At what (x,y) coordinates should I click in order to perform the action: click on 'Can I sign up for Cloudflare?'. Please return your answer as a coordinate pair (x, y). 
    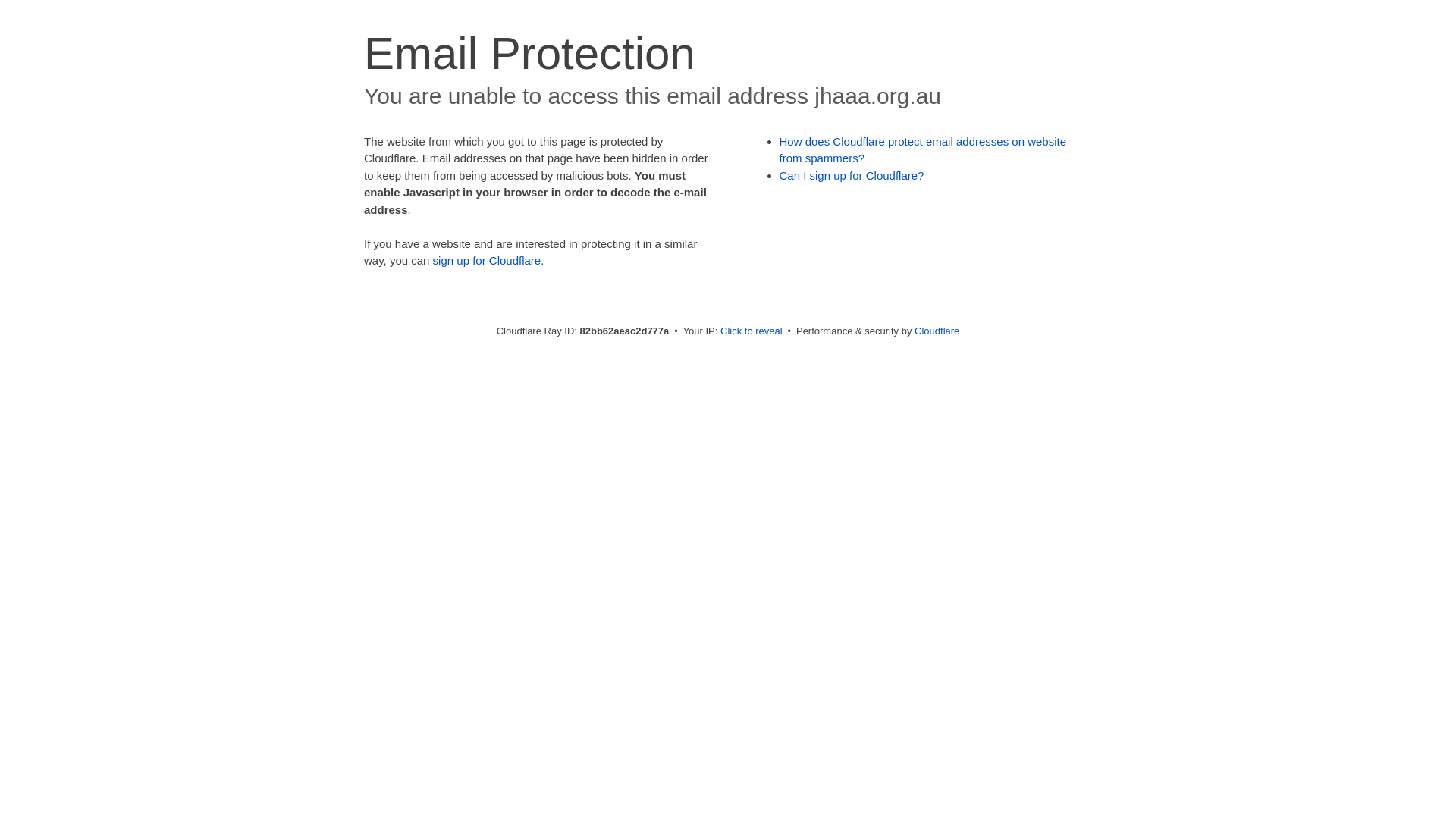
    Looking at the image, I should click on (852, 174).